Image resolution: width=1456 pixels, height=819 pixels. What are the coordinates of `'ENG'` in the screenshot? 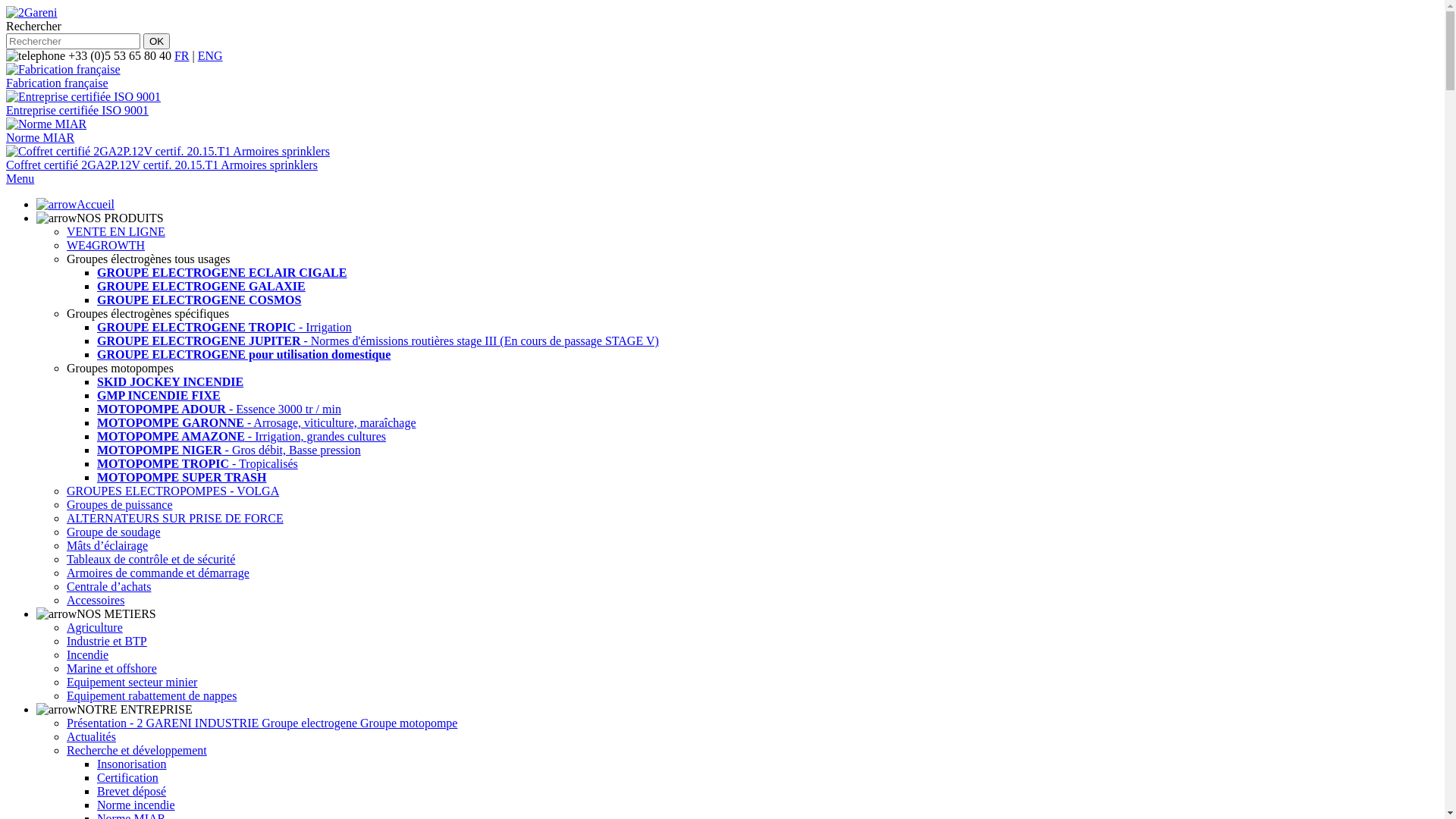 It's located at (209, 55).